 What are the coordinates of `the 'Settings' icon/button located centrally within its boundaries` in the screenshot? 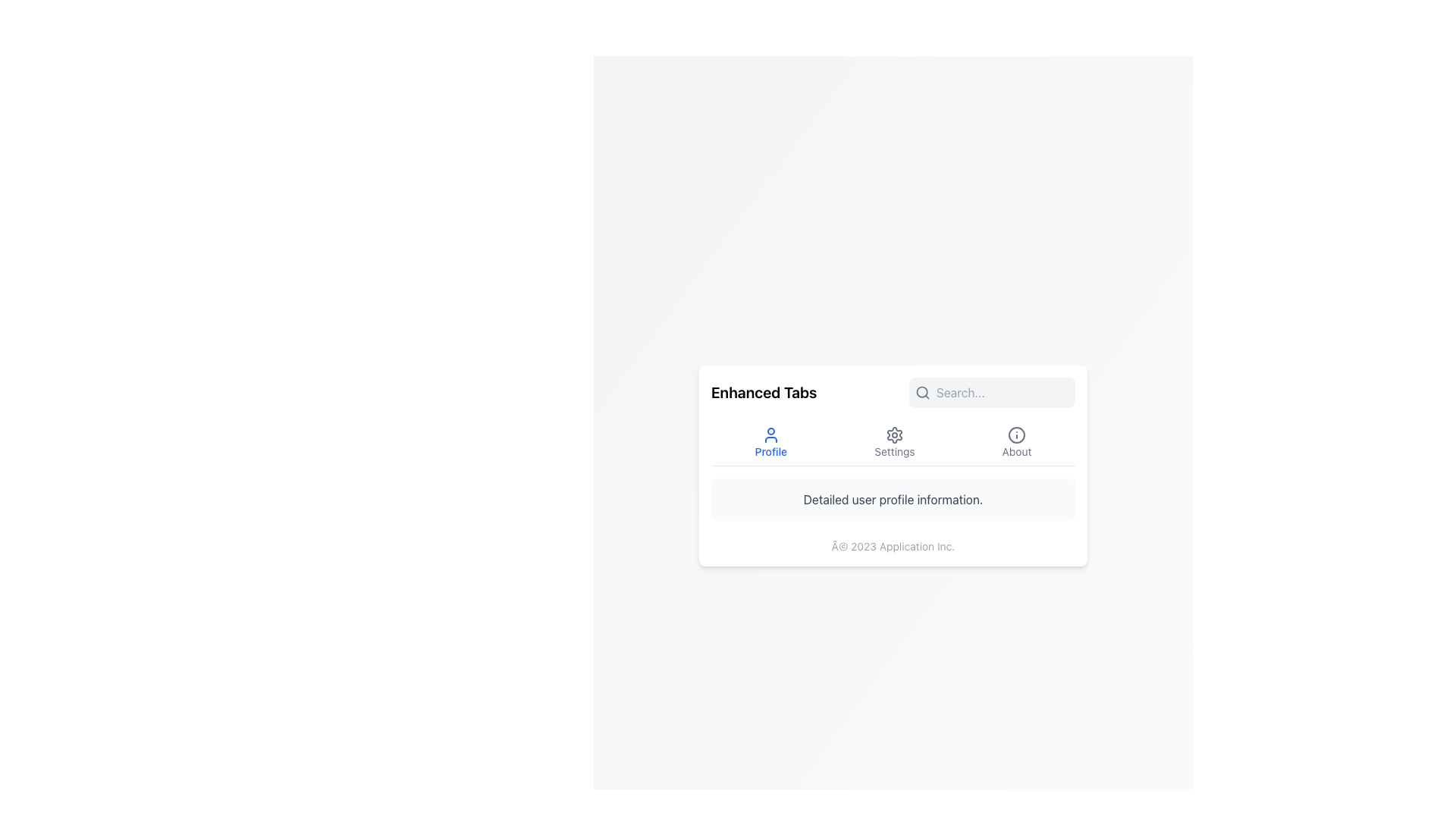 It's located at (894, 435).